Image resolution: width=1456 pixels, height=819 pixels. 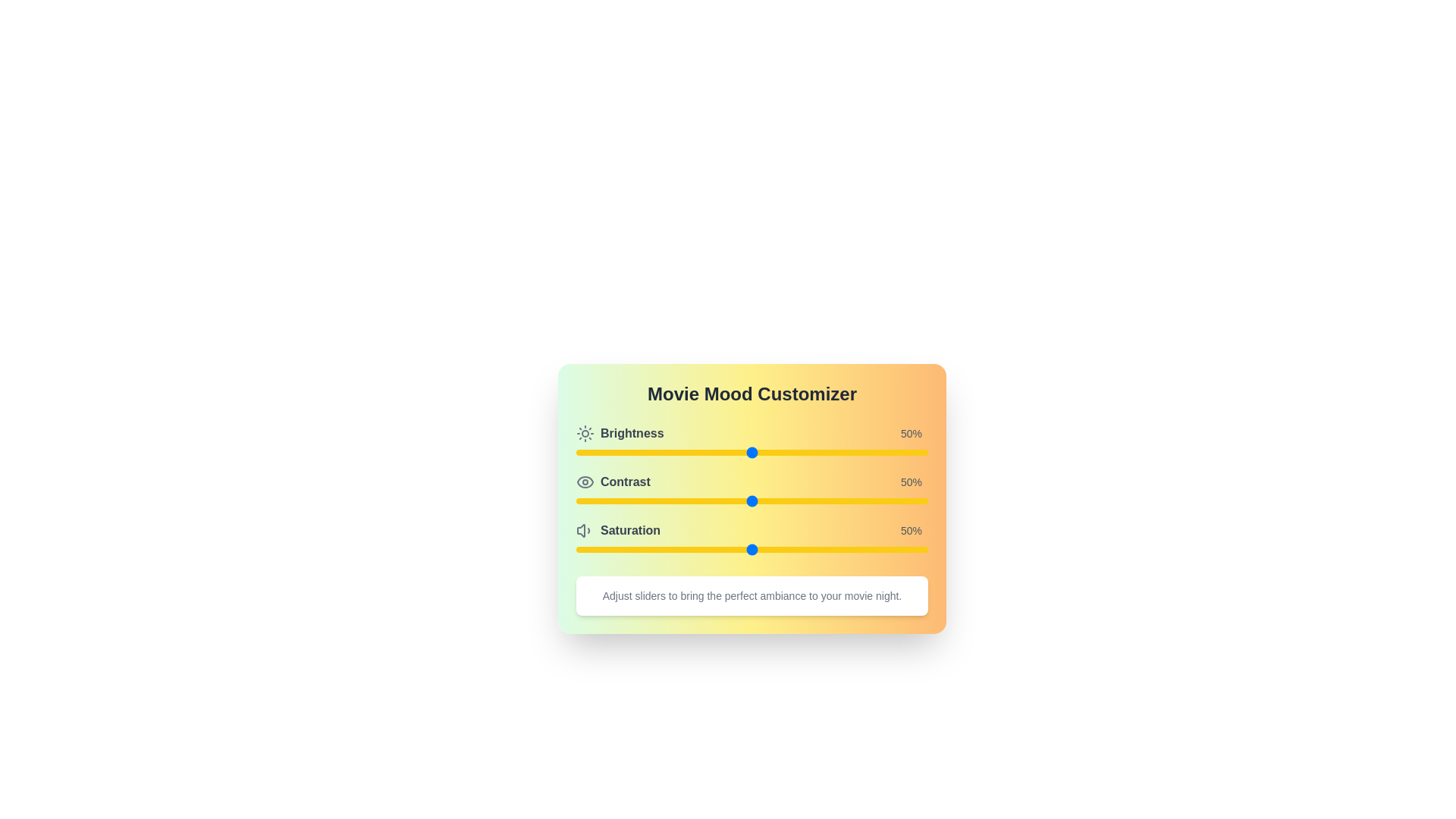 I want to click on the contrast level, so click(x=661, y=500).